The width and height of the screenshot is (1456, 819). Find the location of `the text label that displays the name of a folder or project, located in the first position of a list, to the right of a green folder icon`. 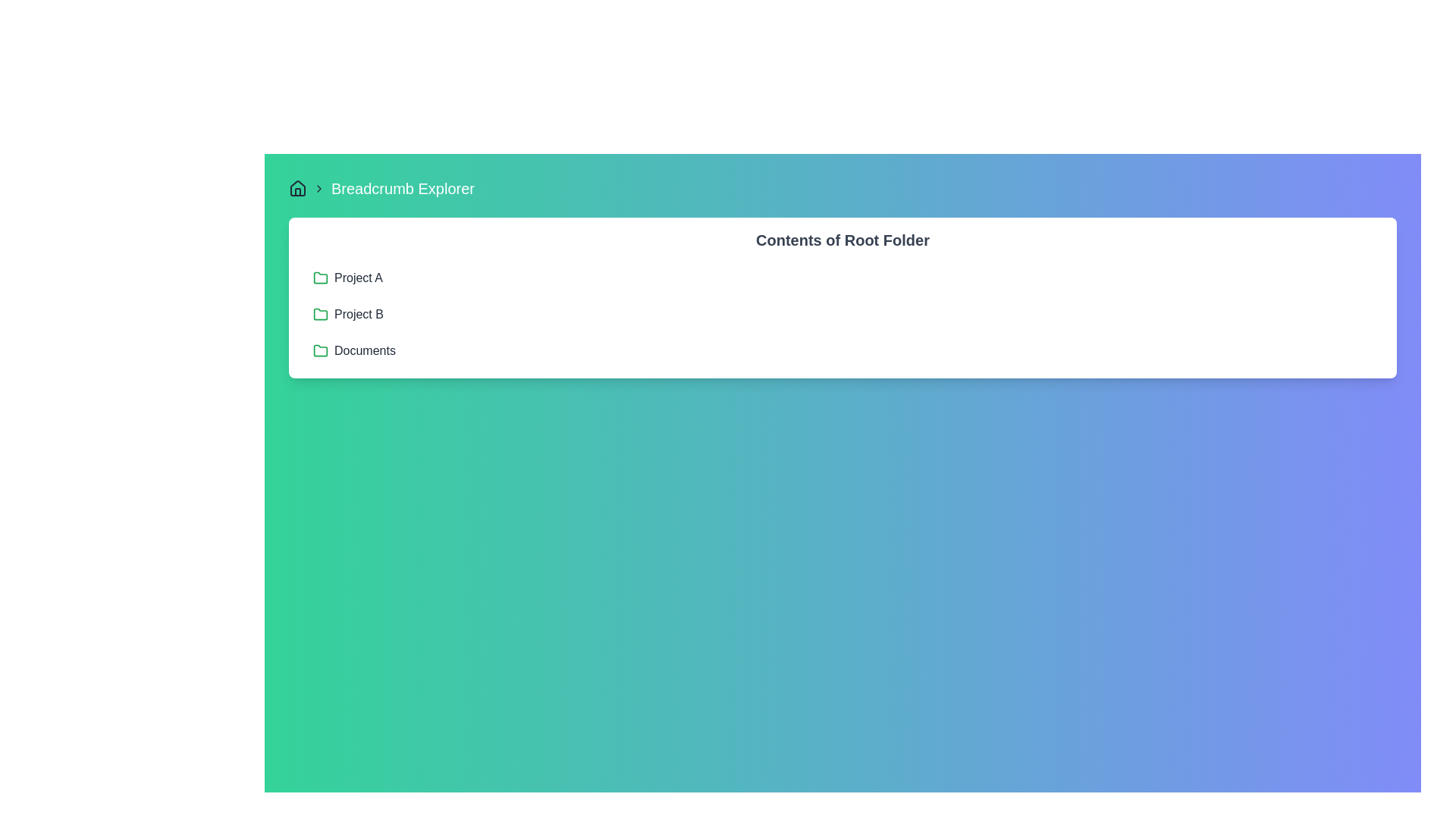

the text label that displays the name of a folder or project, located in the first position of a list, to the right of a green folder icon is located at coordinates (358, 278).